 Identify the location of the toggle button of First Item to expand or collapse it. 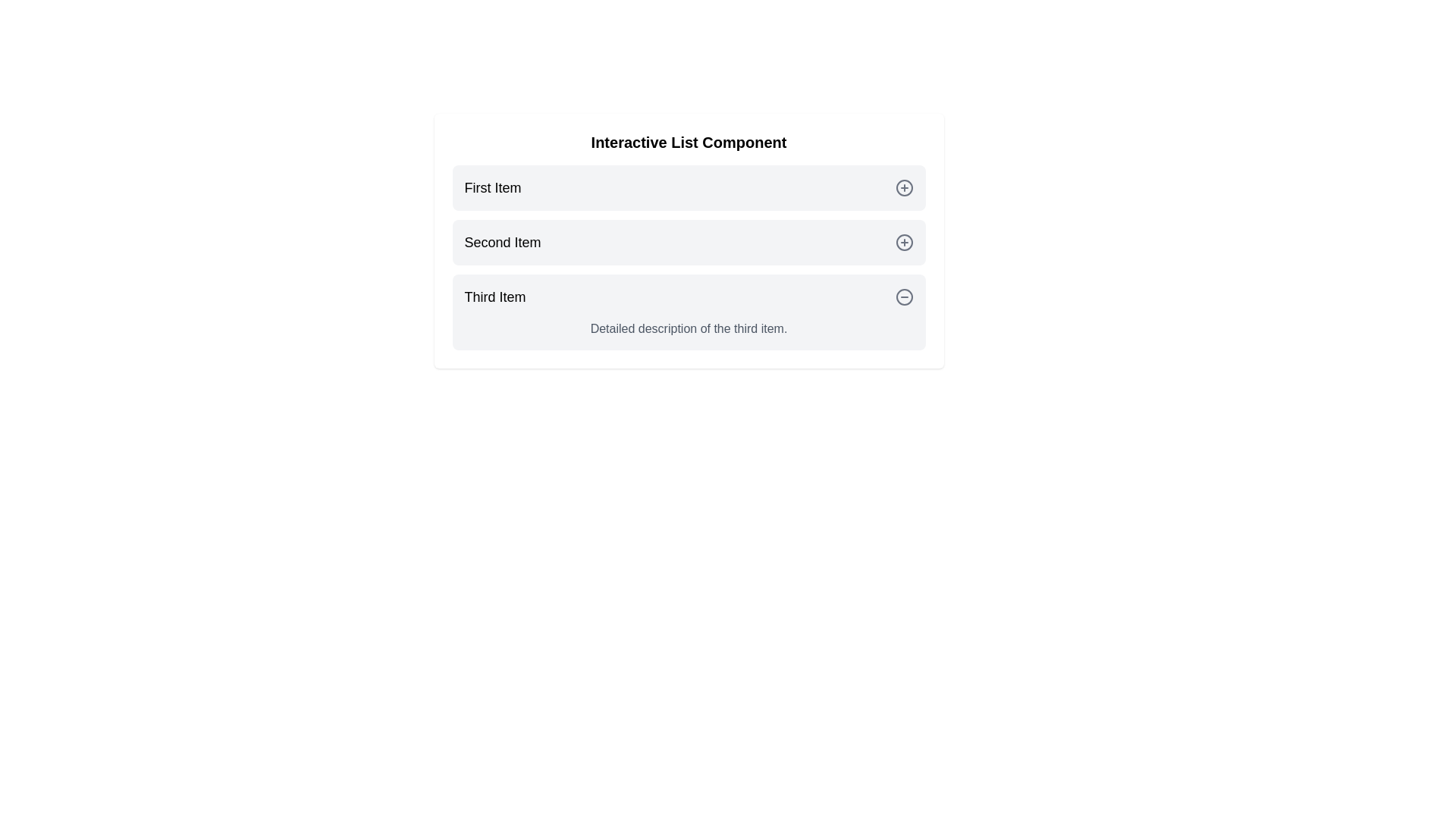
(904, 187).